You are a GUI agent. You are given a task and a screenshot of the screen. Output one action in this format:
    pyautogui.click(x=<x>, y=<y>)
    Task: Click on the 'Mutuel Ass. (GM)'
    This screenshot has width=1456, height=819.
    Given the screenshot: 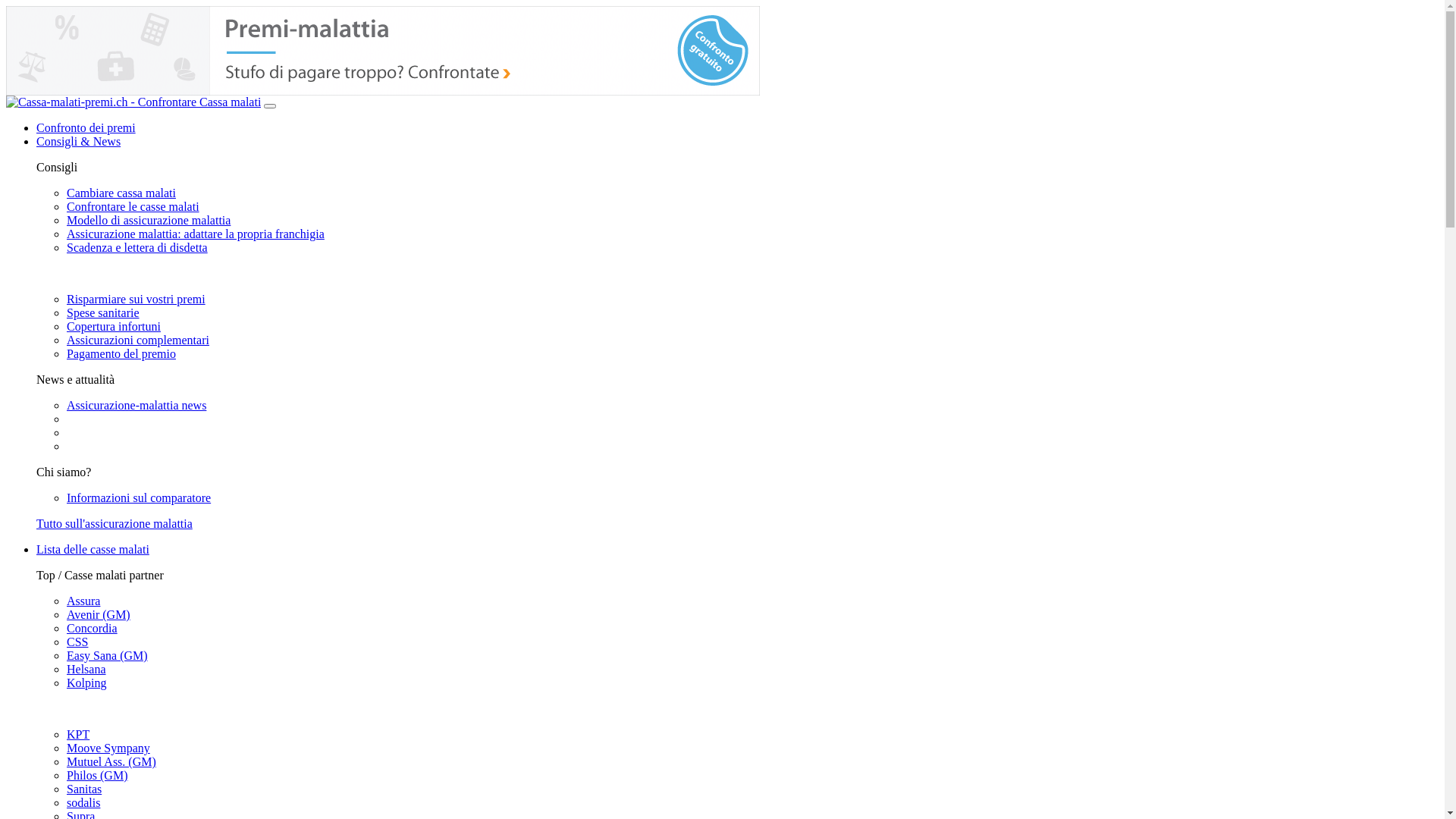 What is the action you would take?
    pyautogui.click(x=111, y=761)
    